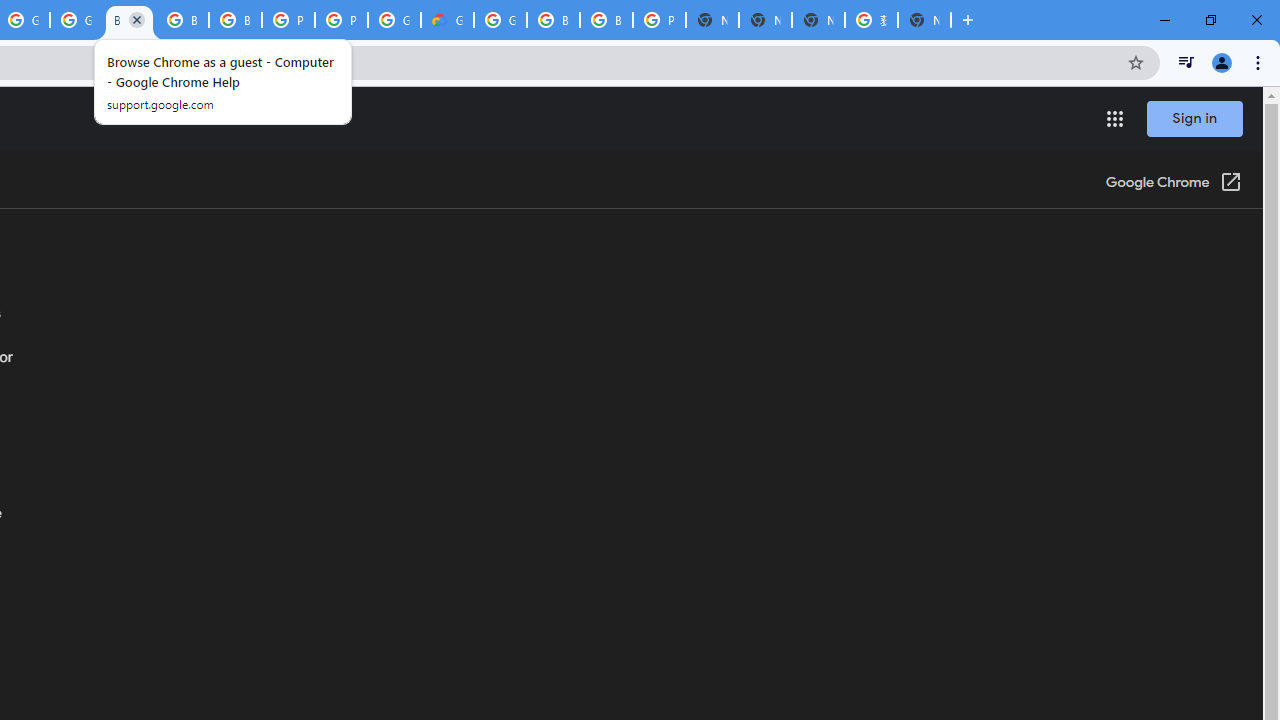 The image size is (1280, 720). I want to click on 'Browse Chrome as a guest - Computer - Google Chrome Help', so click(128, 20).